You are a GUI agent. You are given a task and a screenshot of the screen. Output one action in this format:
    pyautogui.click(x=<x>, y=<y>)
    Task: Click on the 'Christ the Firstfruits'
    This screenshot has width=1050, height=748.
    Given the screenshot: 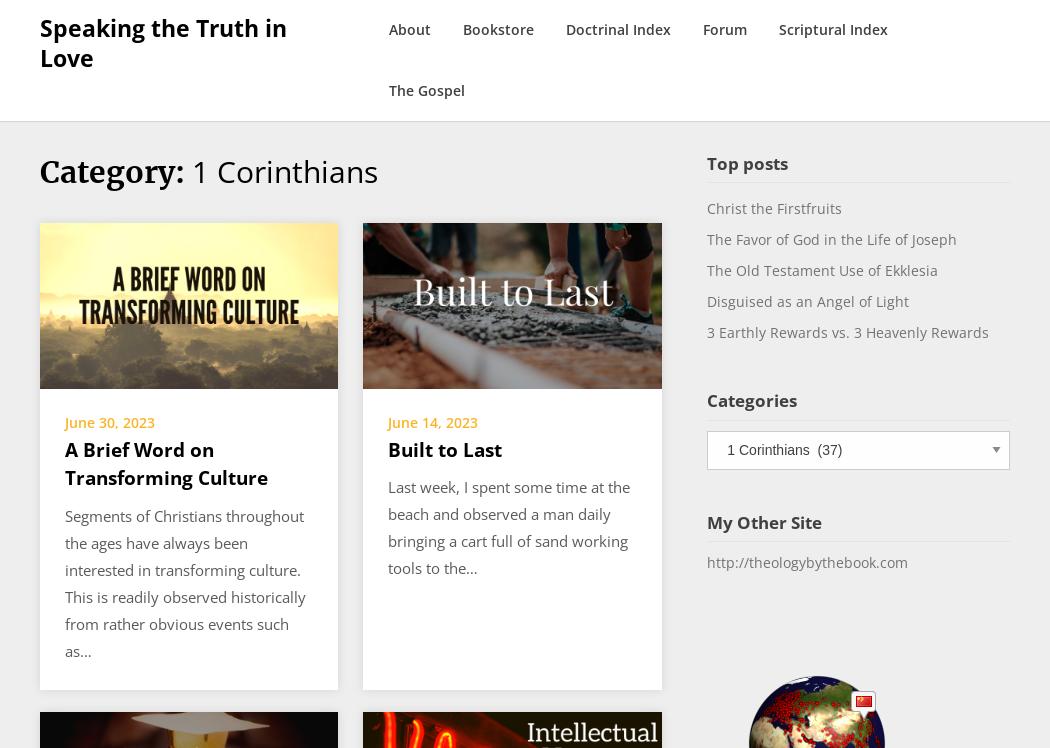 What is the action you would take?
    pyautogui.click(x=773, y=208)
    